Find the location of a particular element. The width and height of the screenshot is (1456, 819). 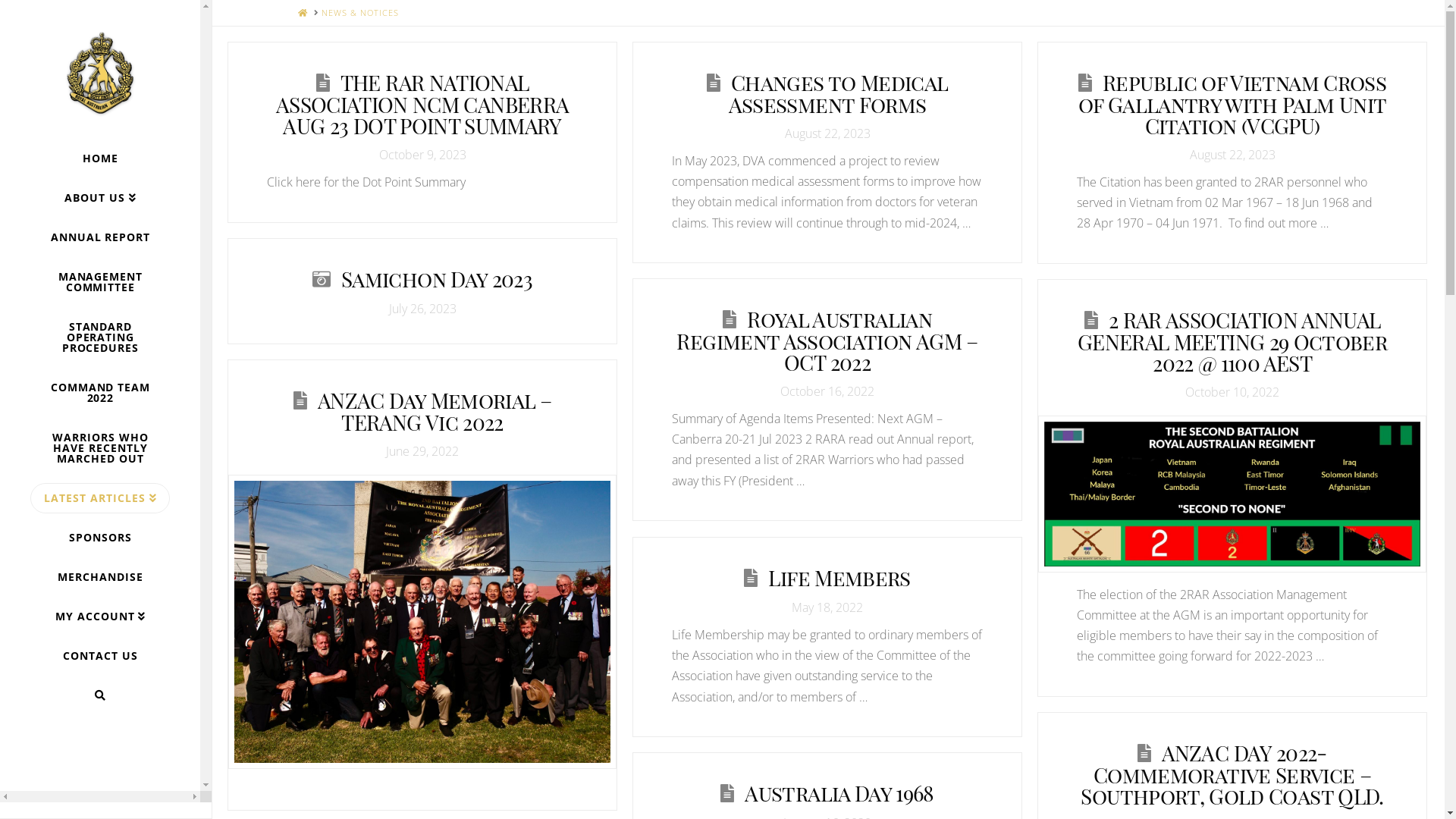

'WARRIORS WHO HAVE RECENTLY MARCHED OUT' is located at coordinates (99, 447).